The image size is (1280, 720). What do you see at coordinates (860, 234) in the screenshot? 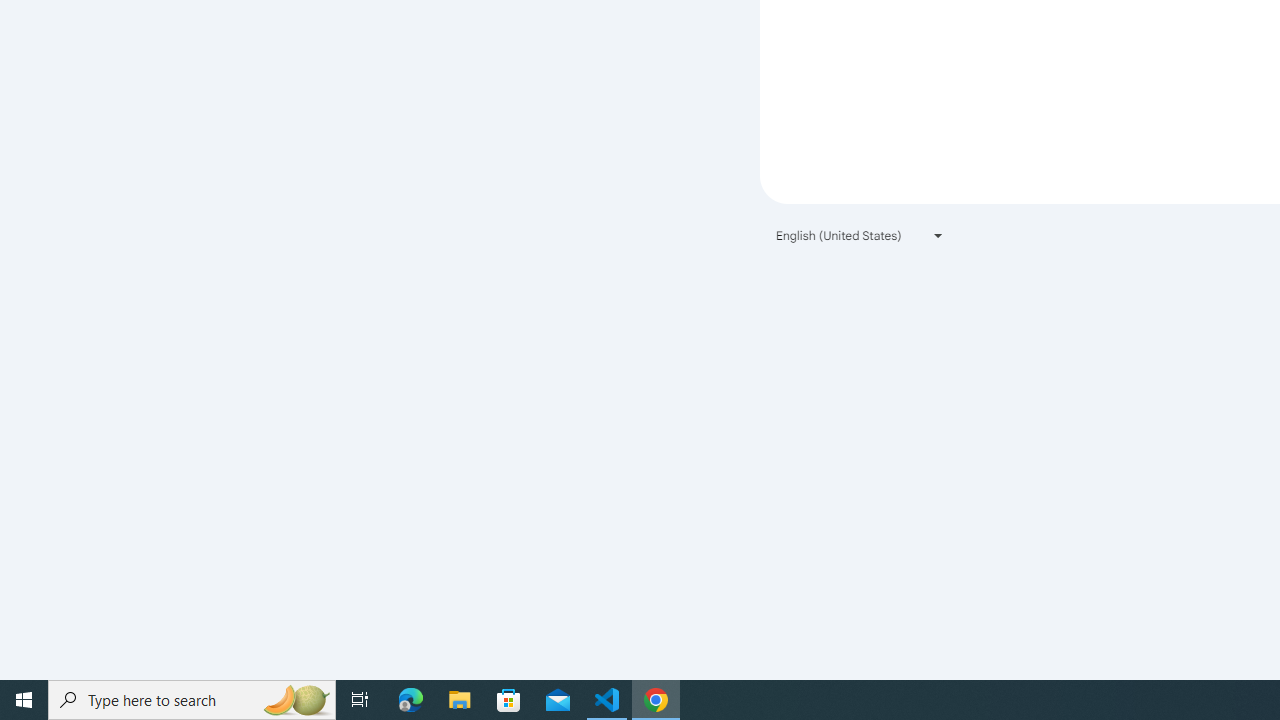
I see `'English (United States)'` at bounding box center [860, 234].